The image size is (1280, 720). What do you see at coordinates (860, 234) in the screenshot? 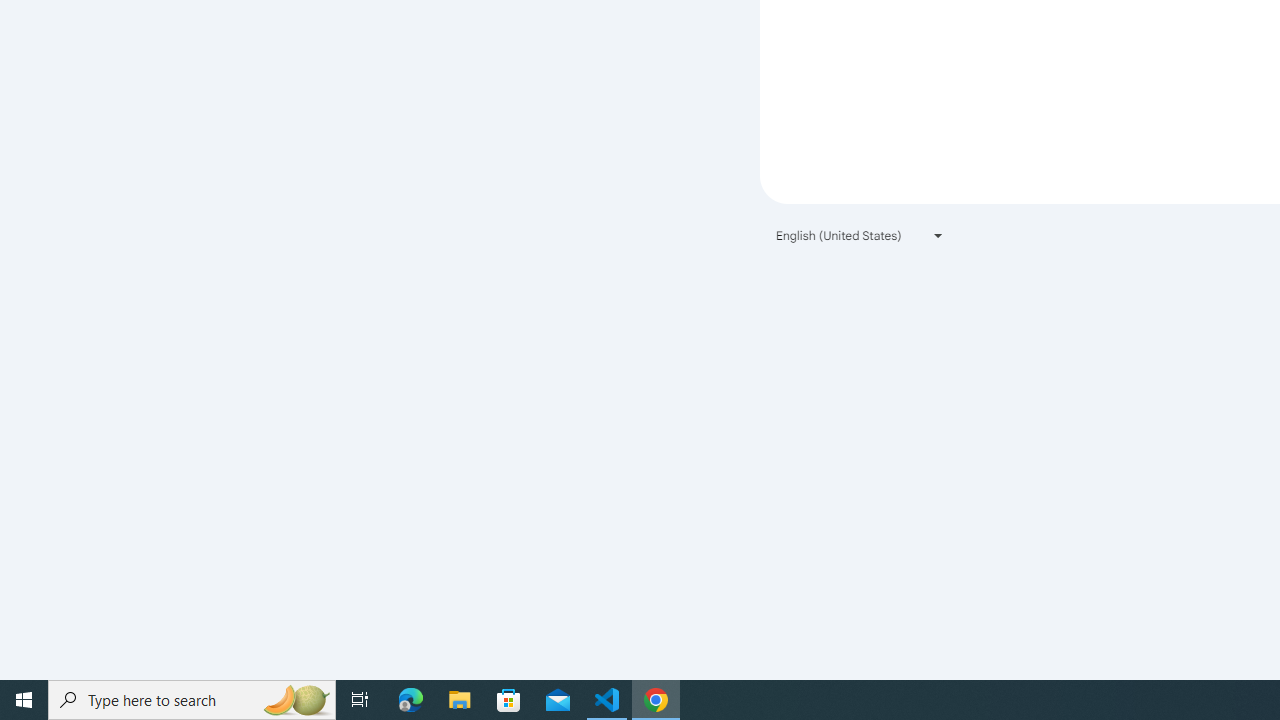
I see `'English (United States)'` at bounding box center [860, 234].